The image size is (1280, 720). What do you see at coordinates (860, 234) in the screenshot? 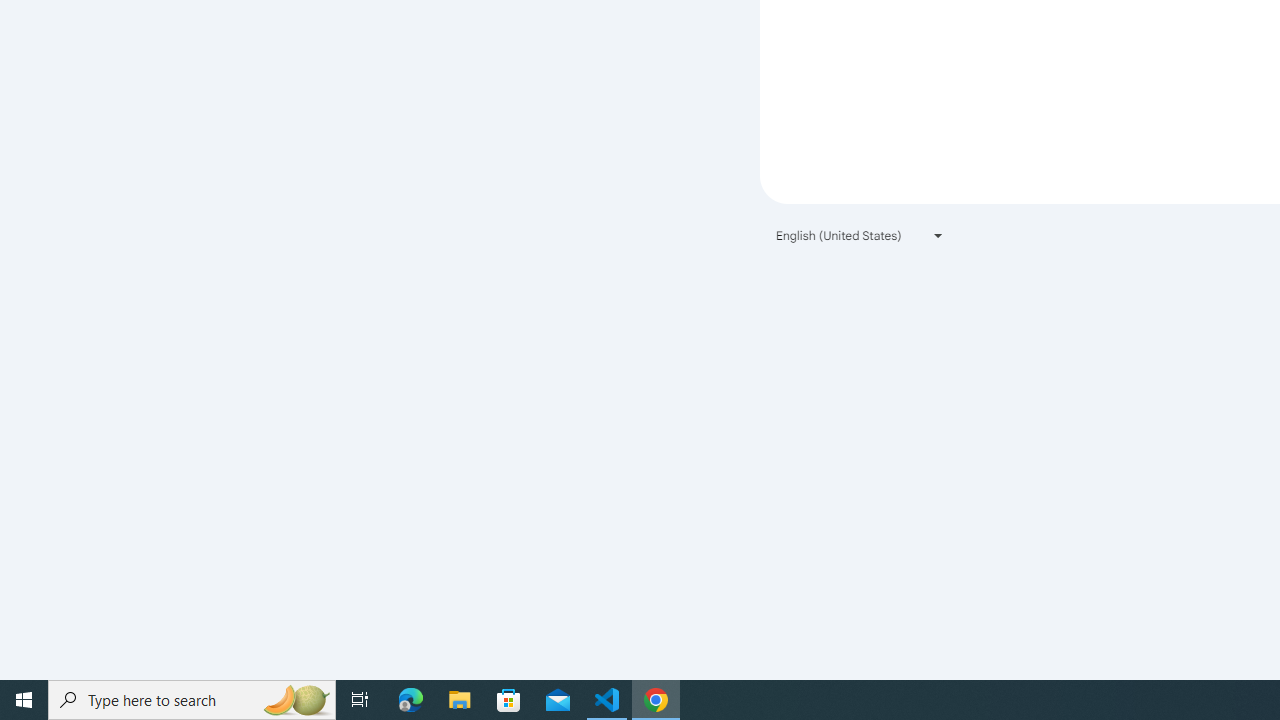
I see `'English (United States)'` at bounding box center [860, 234].